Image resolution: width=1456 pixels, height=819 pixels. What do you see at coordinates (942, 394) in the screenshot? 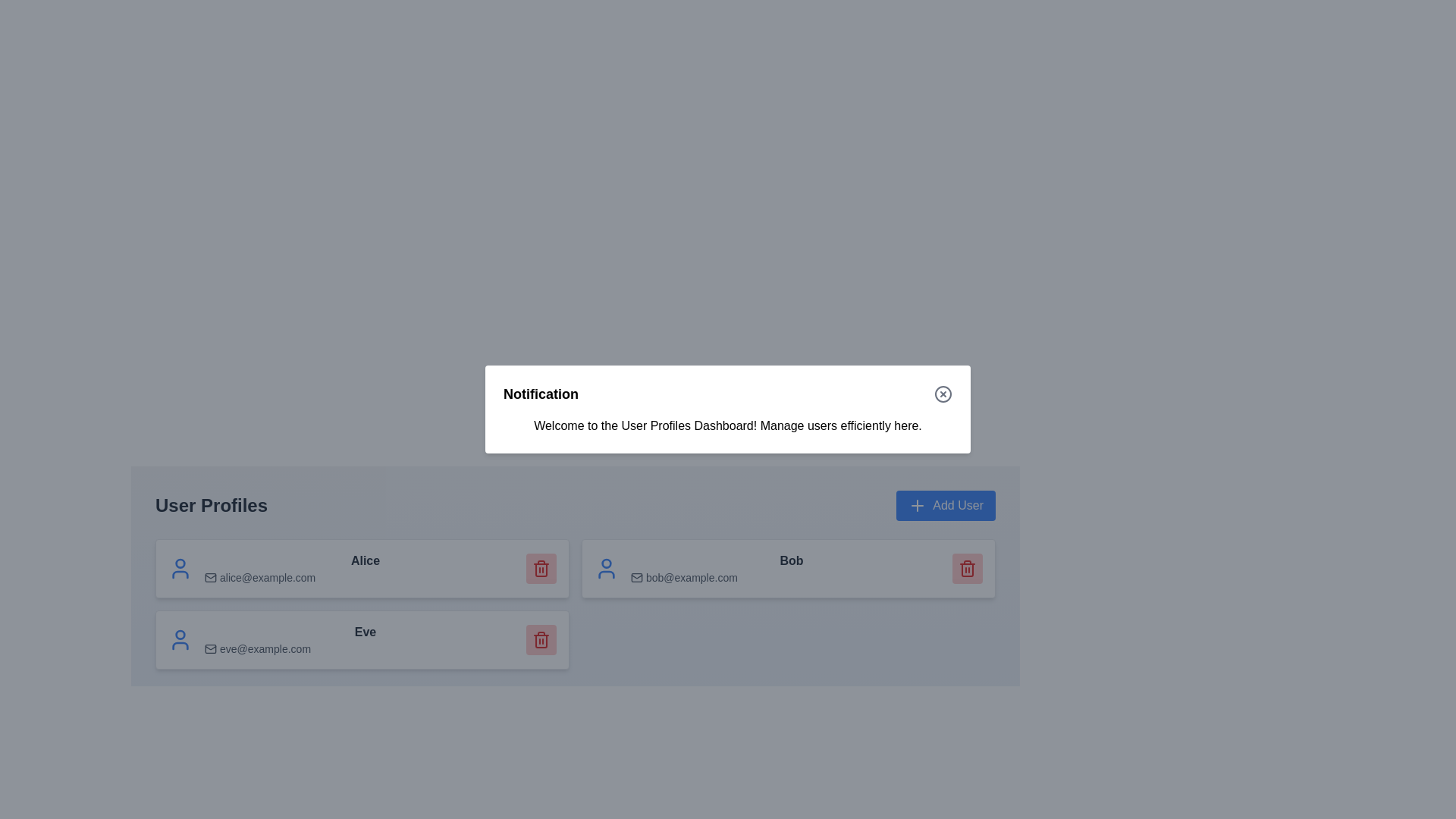
I see `the circular outline icon decoration in the top-right corner of the notification box, which features a cross pattern inside and is grayish in color` at bounding box center [942, 394].